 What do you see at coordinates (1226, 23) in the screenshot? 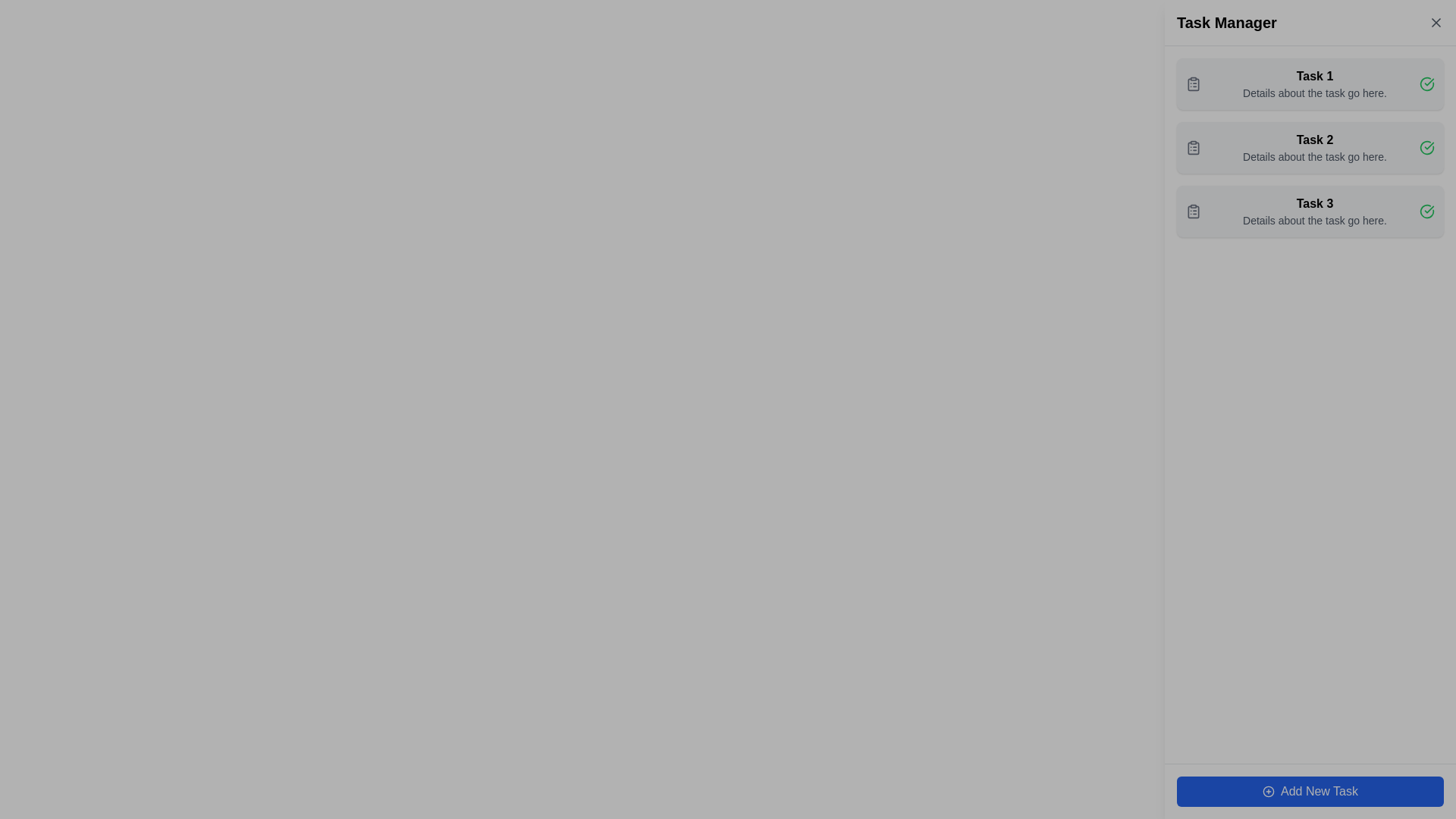
I see `the 'Task Manager' text label, which is bold, extra-large, and aligned to the left in the sidebar at the top of the interface` at bounding box center [1226, 23].